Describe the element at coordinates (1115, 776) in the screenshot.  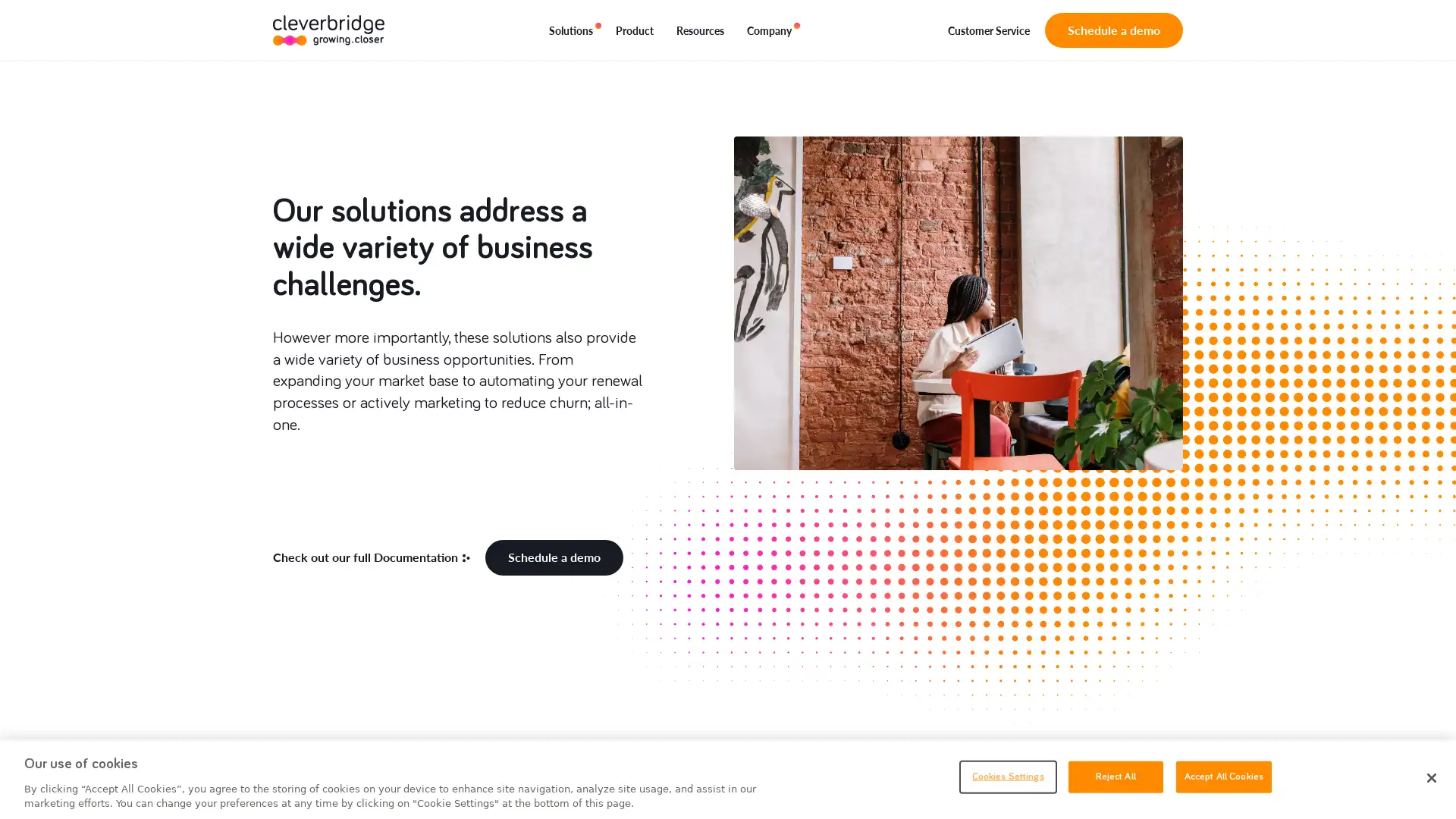
I see `Reject All` at that location.